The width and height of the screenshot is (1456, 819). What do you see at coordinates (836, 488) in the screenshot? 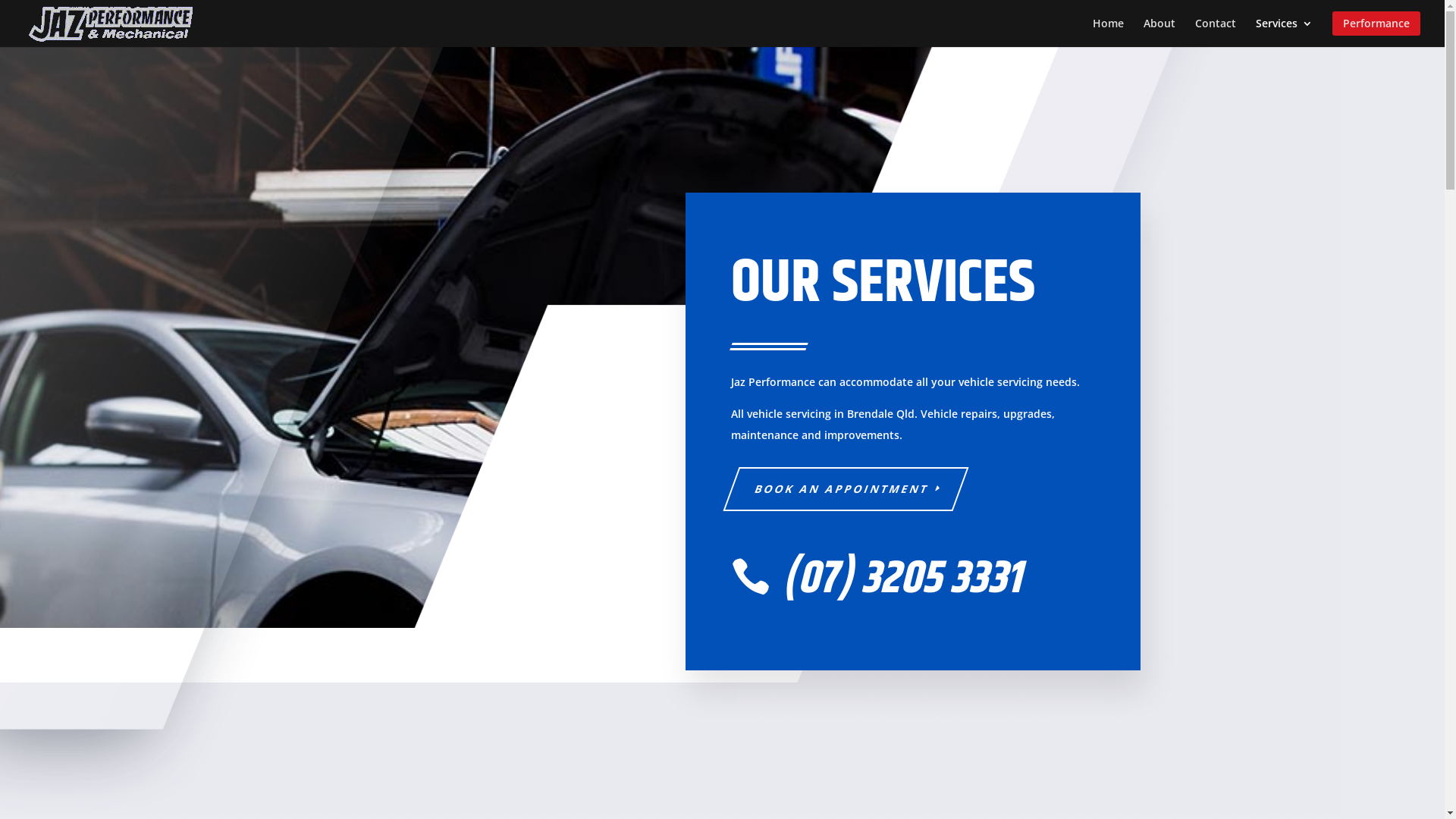
I see `'BOOK AN APPOINTMENT'` at bounding box center [836, 488].